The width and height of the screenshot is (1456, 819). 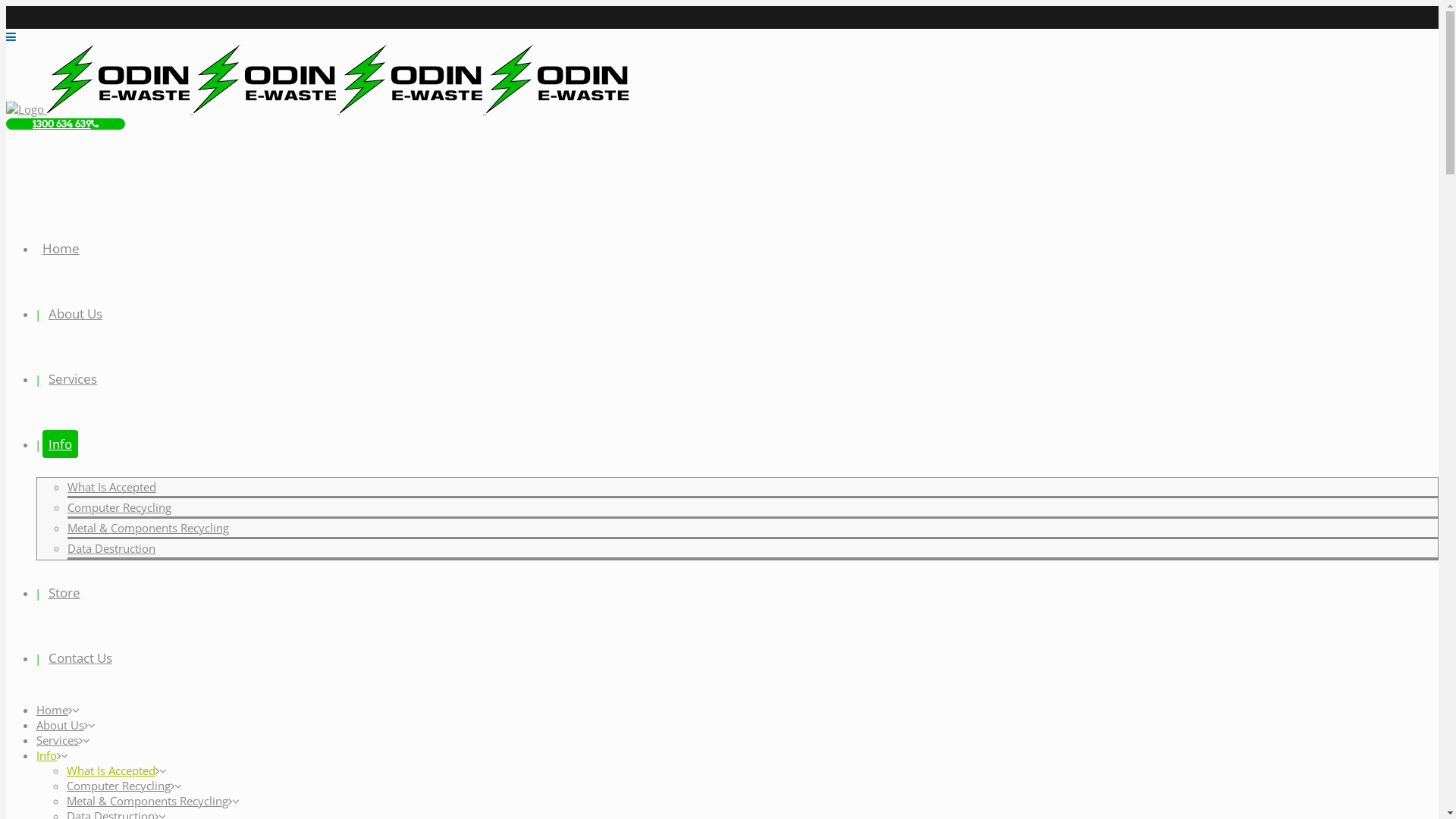 What do you see at coordinates (58, 739) in the screenshot?
I see `'Services'` at bounding box center [58, 739].